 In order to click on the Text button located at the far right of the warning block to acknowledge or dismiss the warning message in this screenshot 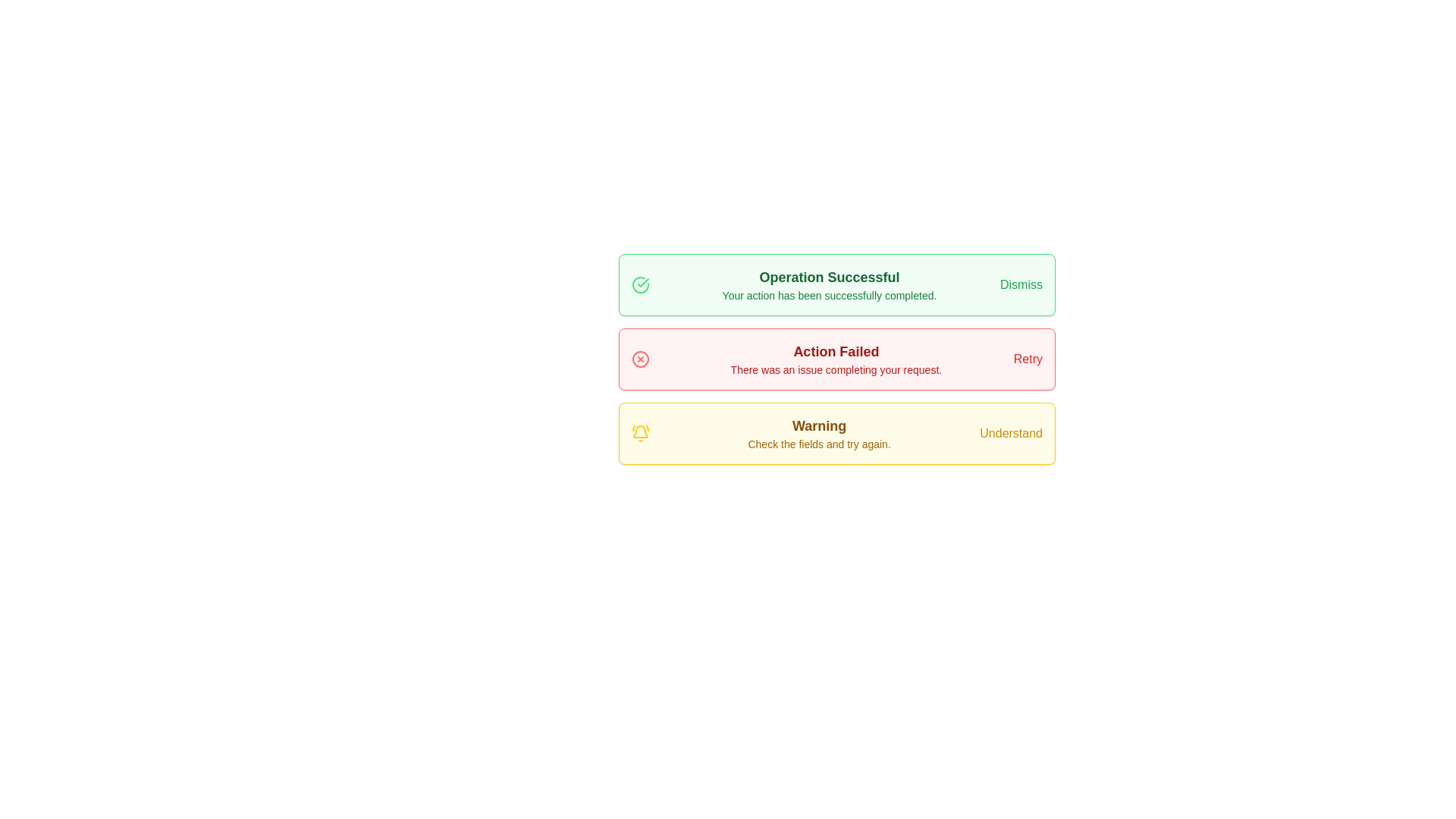, I will do `click(1011, 433)`.